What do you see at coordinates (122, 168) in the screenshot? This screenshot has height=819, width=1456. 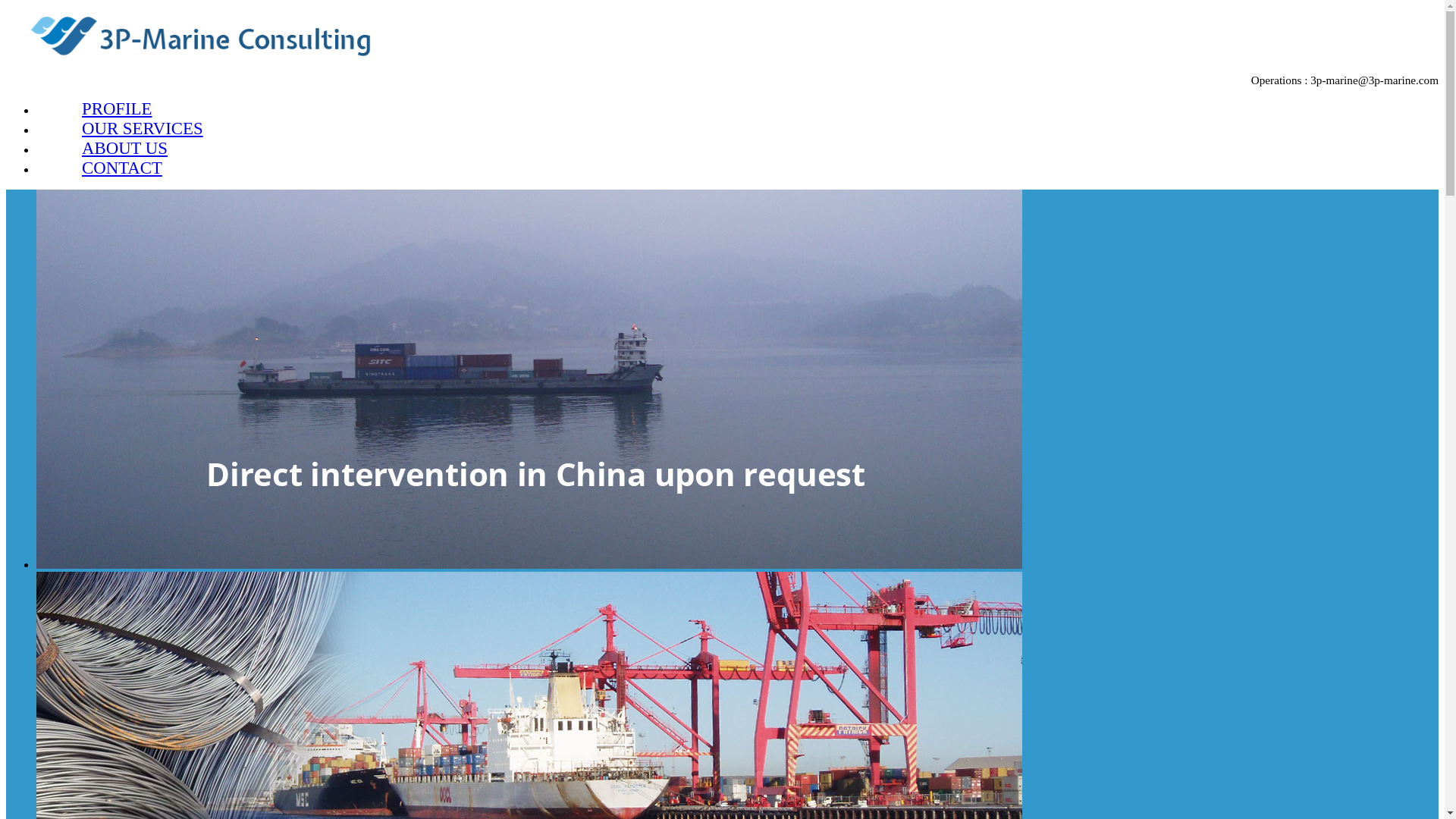 I see `'CONTACT'` at bounding box center [122, 168].